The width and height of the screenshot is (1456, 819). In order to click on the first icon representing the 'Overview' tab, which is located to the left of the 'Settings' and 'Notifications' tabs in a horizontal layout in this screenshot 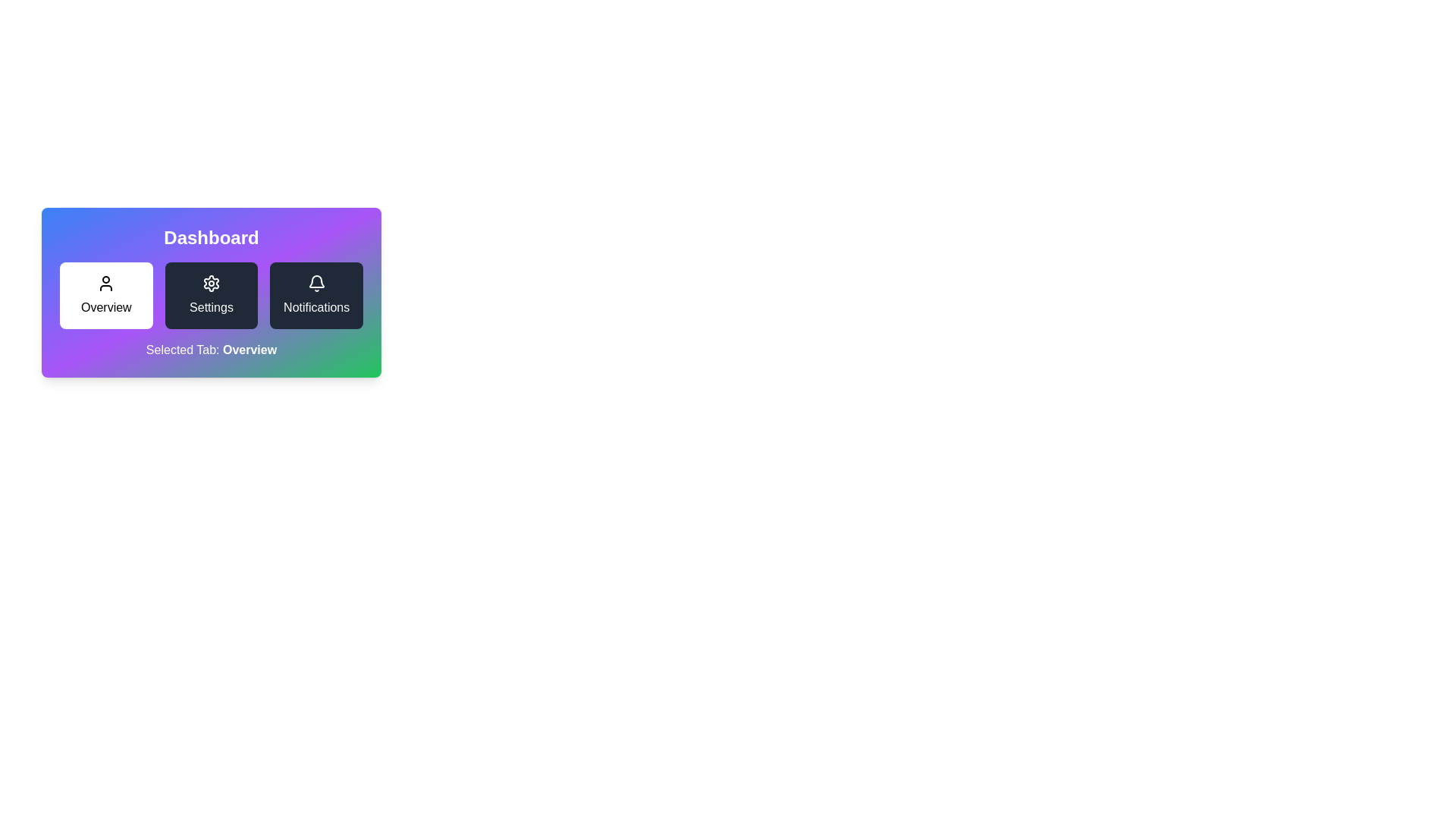, I will do `click(105, 284)`.